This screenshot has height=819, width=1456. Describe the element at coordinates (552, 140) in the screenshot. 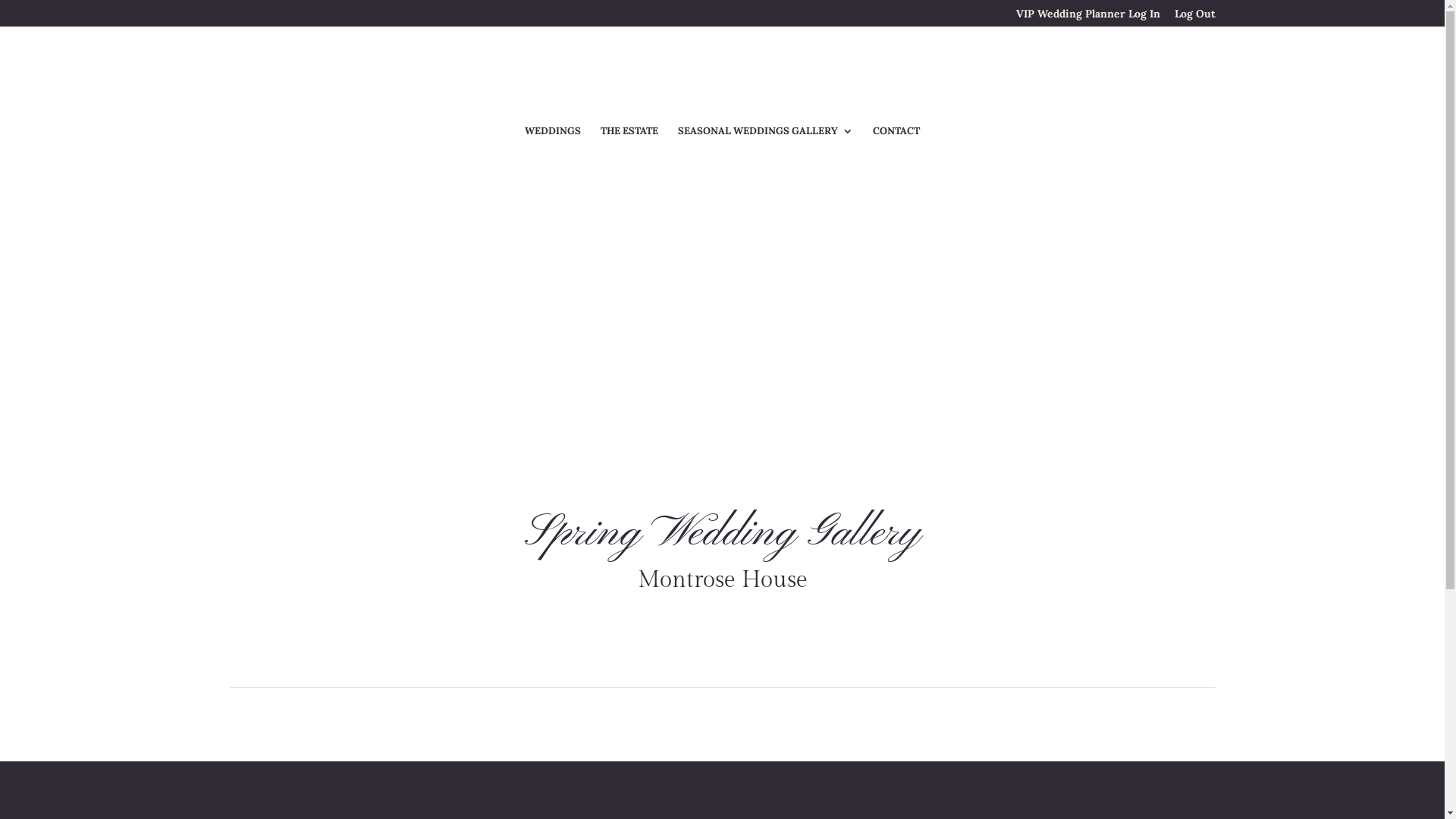

I see `'WEDDINGS'` at that location.